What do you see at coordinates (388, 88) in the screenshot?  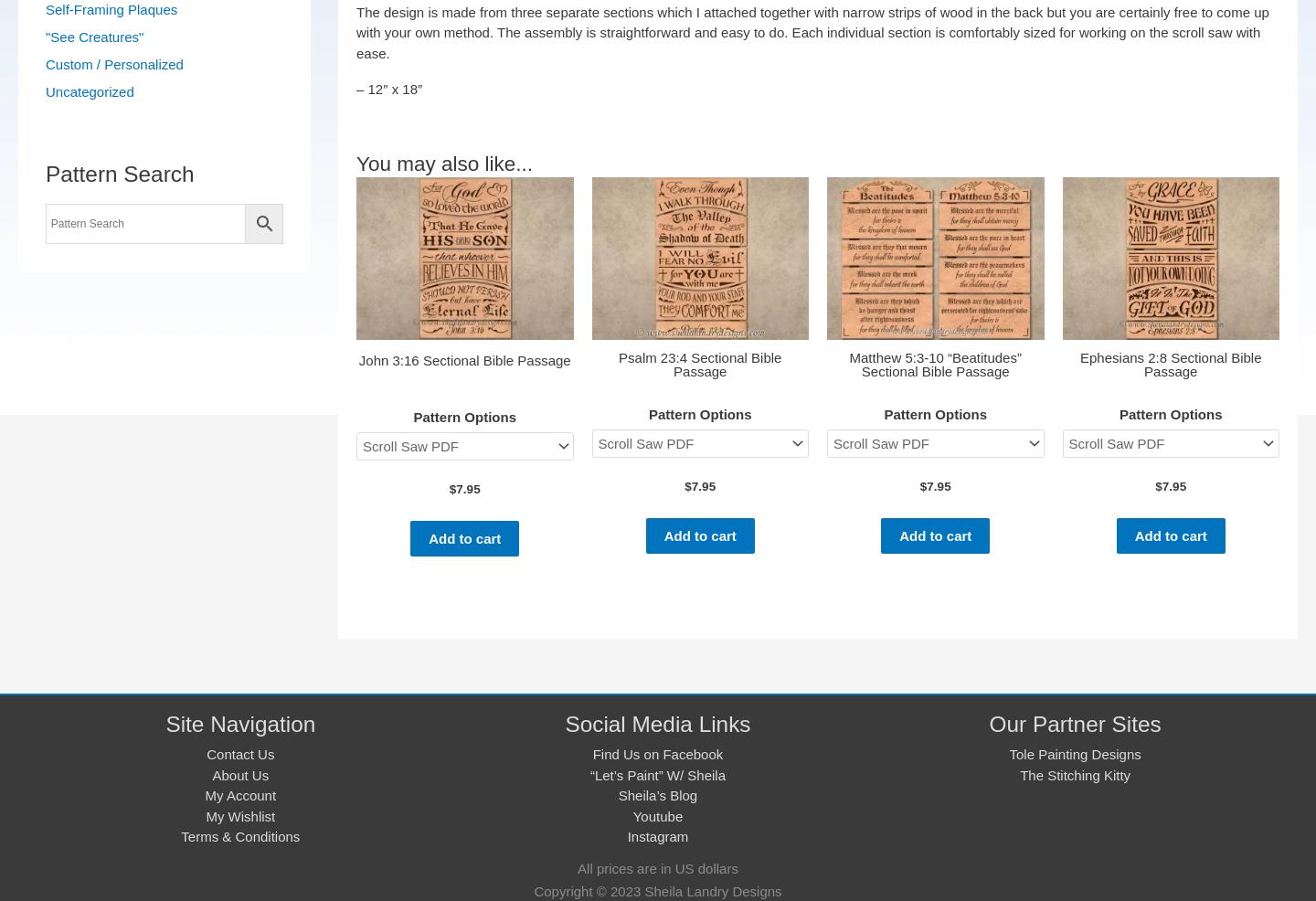 I see `'– 12″ x 18″'` at bounding box center [388, 88].